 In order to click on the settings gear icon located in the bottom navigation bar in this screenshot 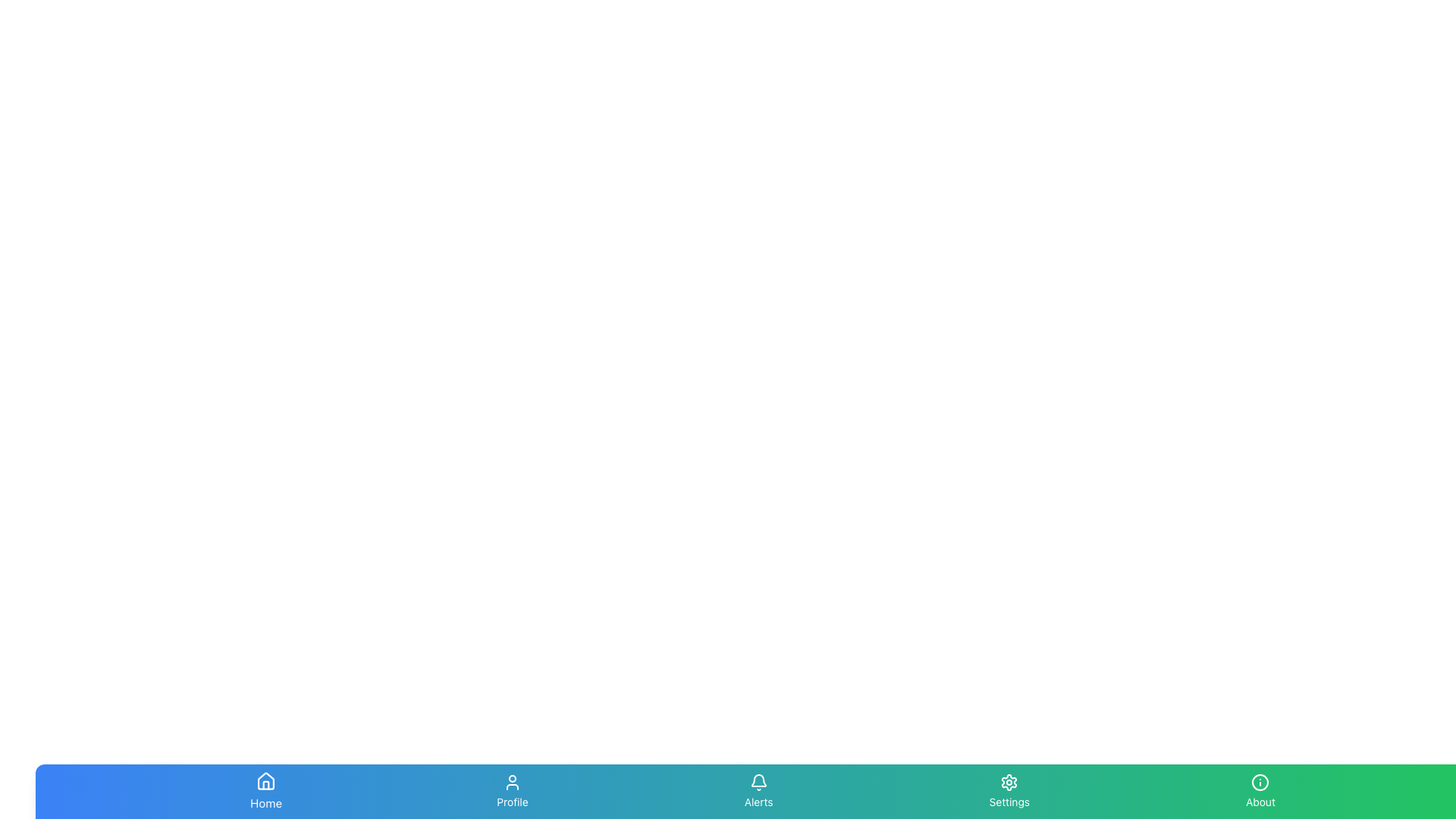, I will do `click(1009, 783)`.